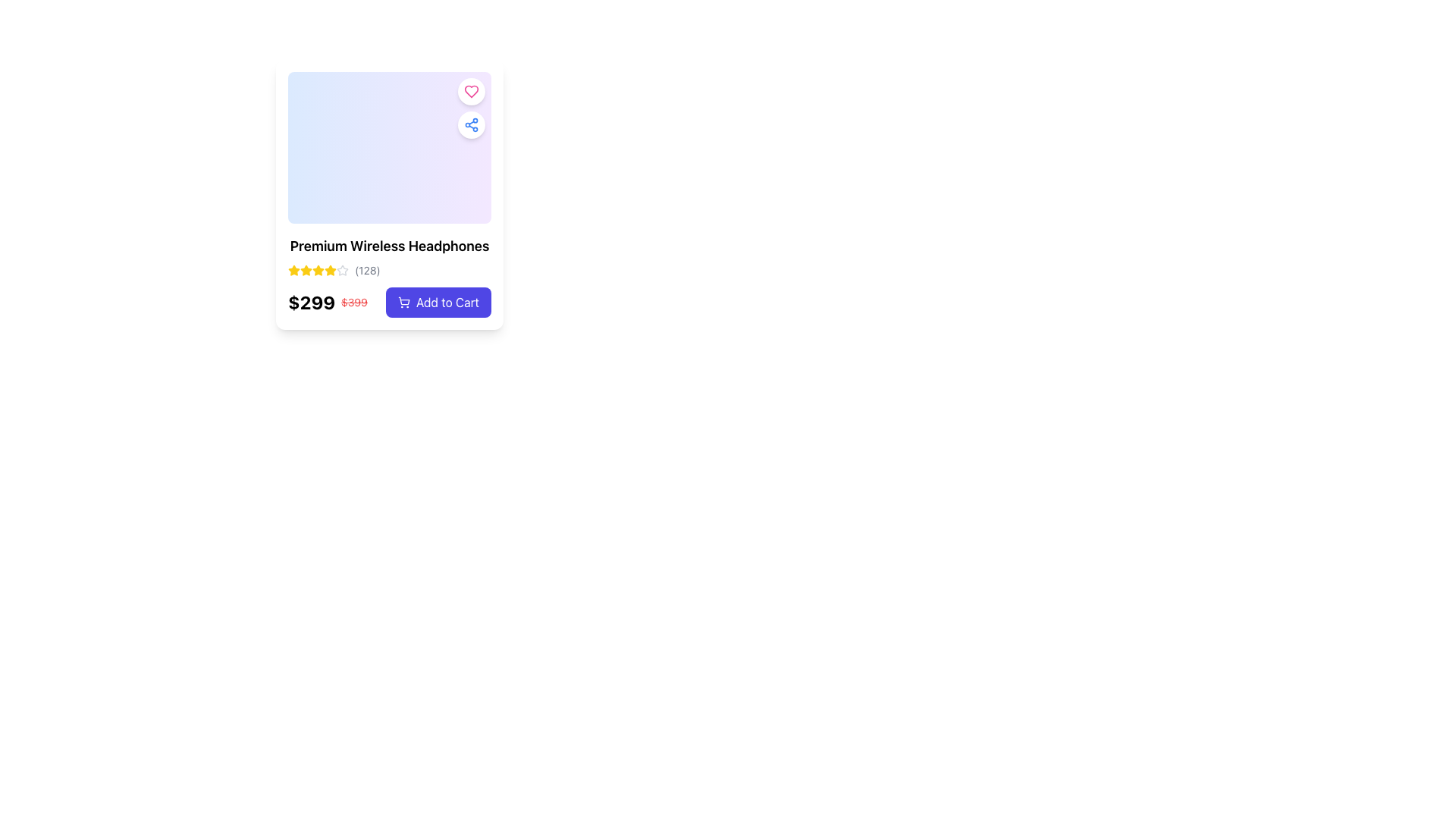  What do you see at coordinates (367, 270) in the screenshot?
I see `the text label displaying '(128)', which is styled in a small light gray color and located to the immediate right of a group of five yellow rating stars` at bounding box center [367, 270].